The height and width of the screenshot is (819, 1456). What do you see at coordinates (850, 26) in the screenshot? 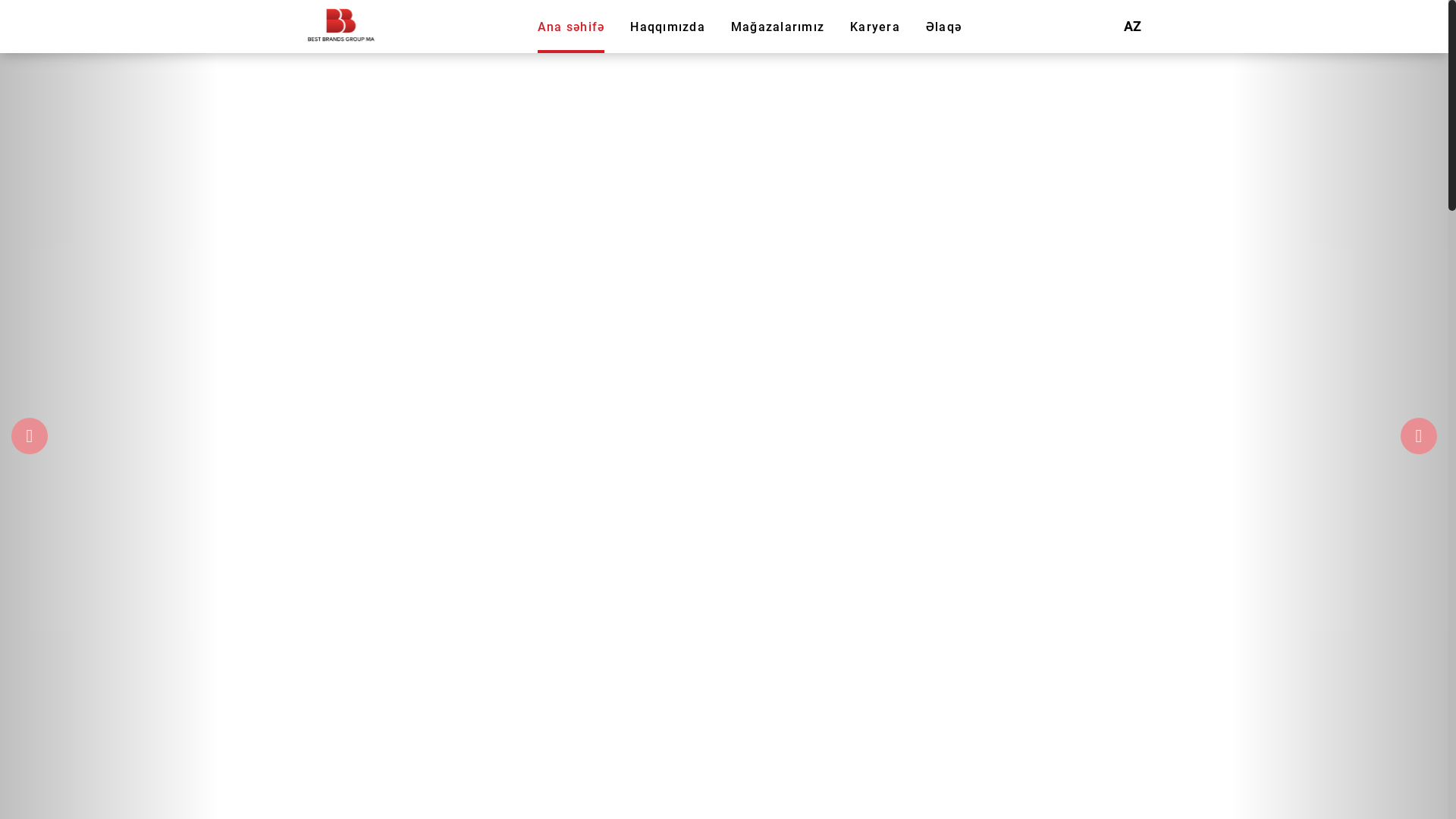
I see `'Karyera'` at bounding box center [850, 26].